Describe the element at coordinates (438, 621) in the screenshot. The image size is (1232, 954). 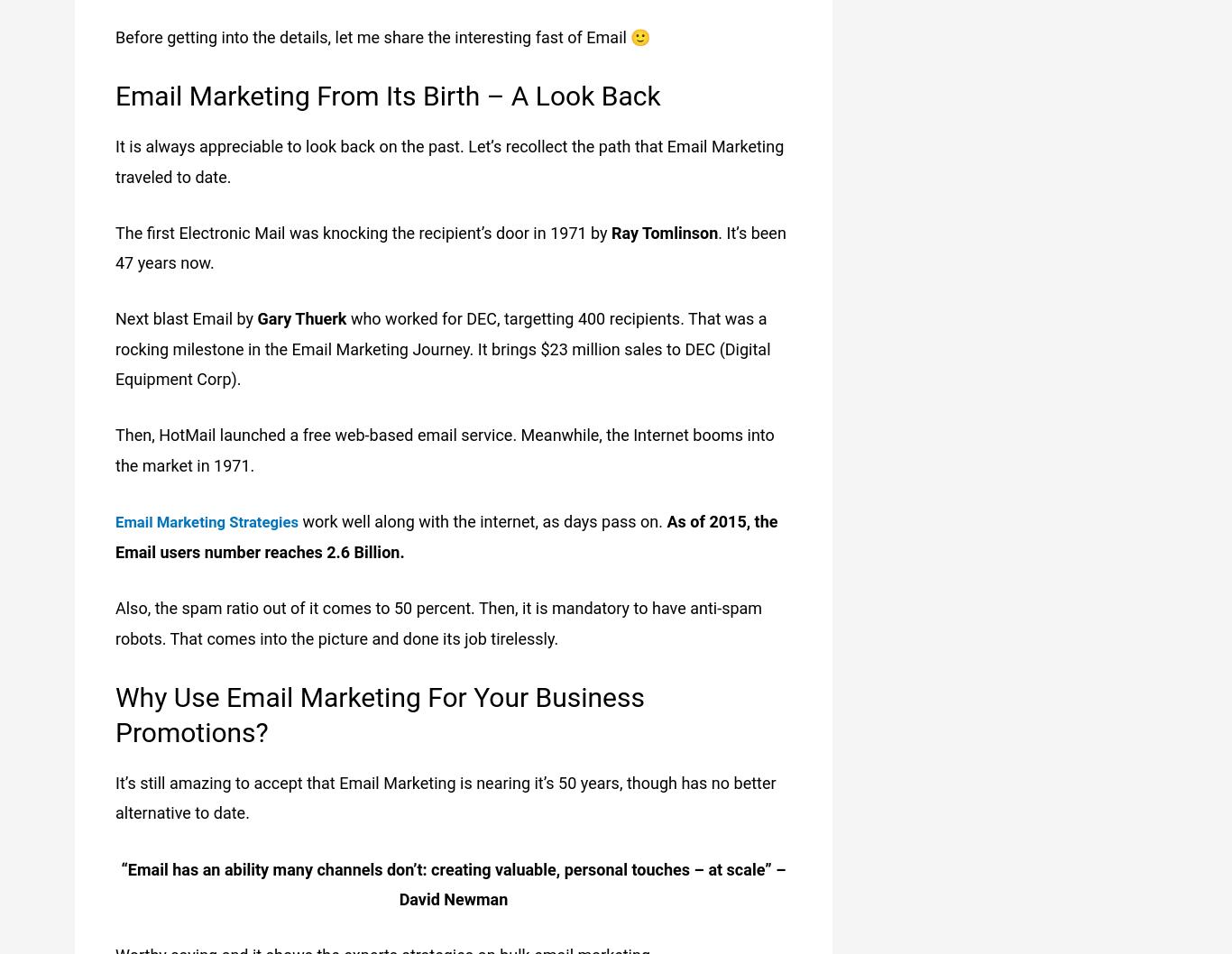
I see `'Also, the spam ratio out of it comes to 50 percent. Then, it is mandatory to have anti-spam robots. That comes into the picture and done its job tirelessly.'` at that location.